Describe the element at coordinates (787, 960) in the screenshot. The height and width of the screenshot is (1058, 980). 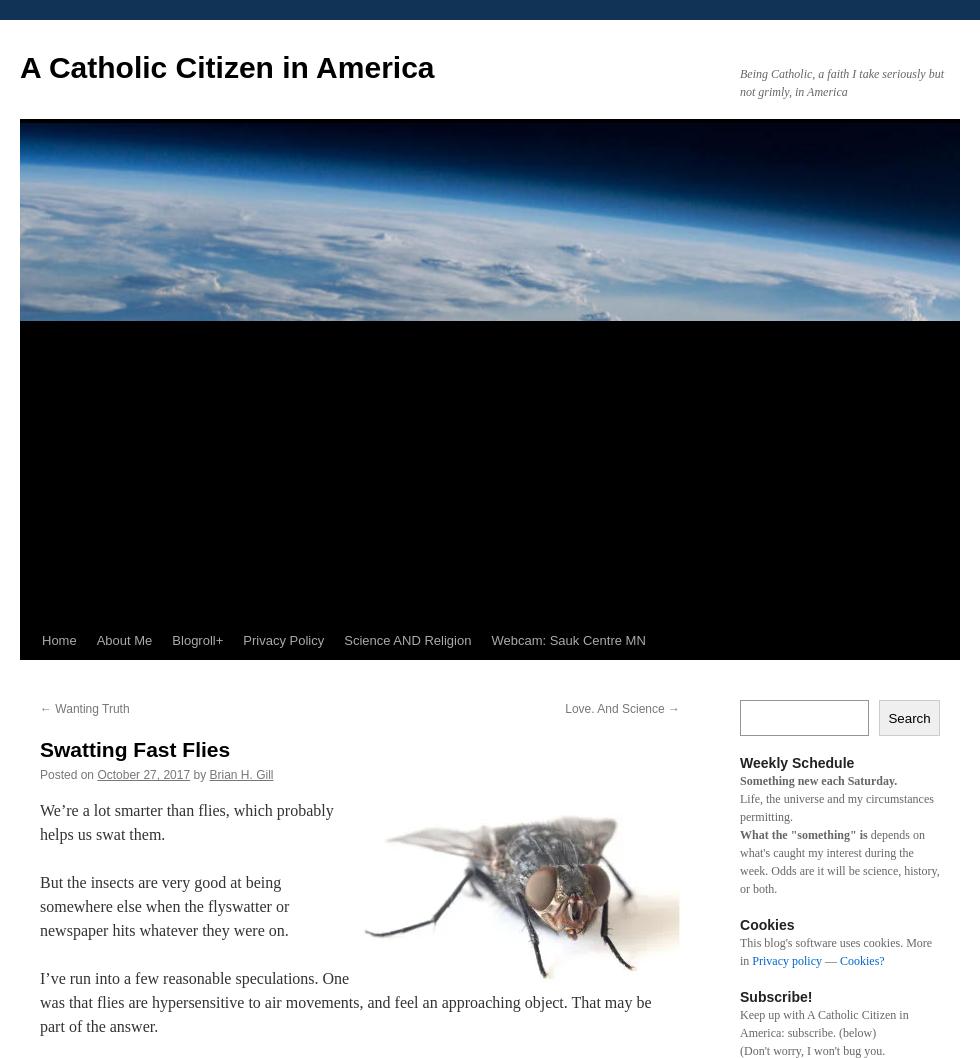
I see `'Privacy policy'` at that location.